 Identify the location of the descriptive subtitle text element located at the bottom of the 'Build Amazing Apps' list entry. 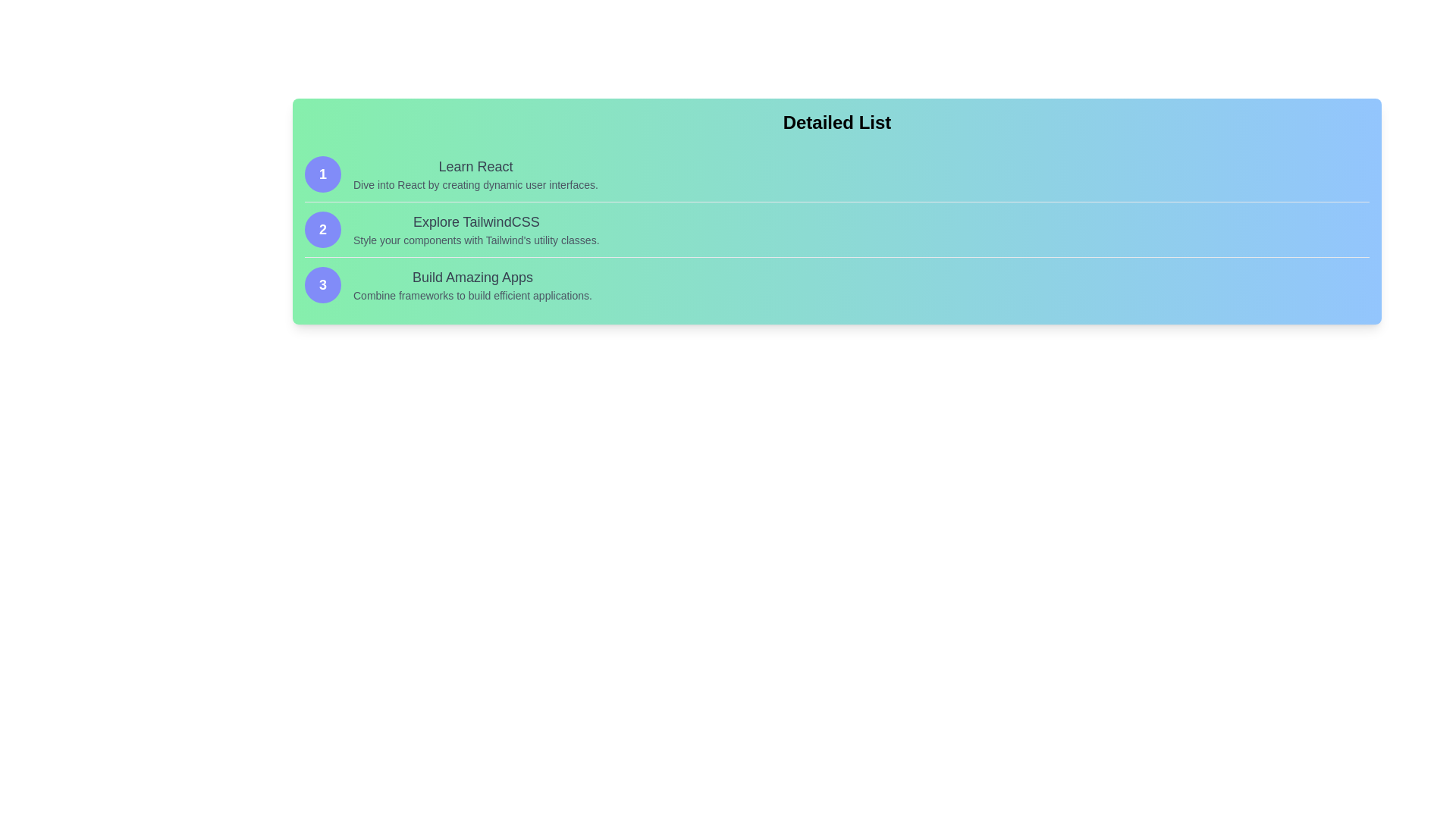
(472, 295).